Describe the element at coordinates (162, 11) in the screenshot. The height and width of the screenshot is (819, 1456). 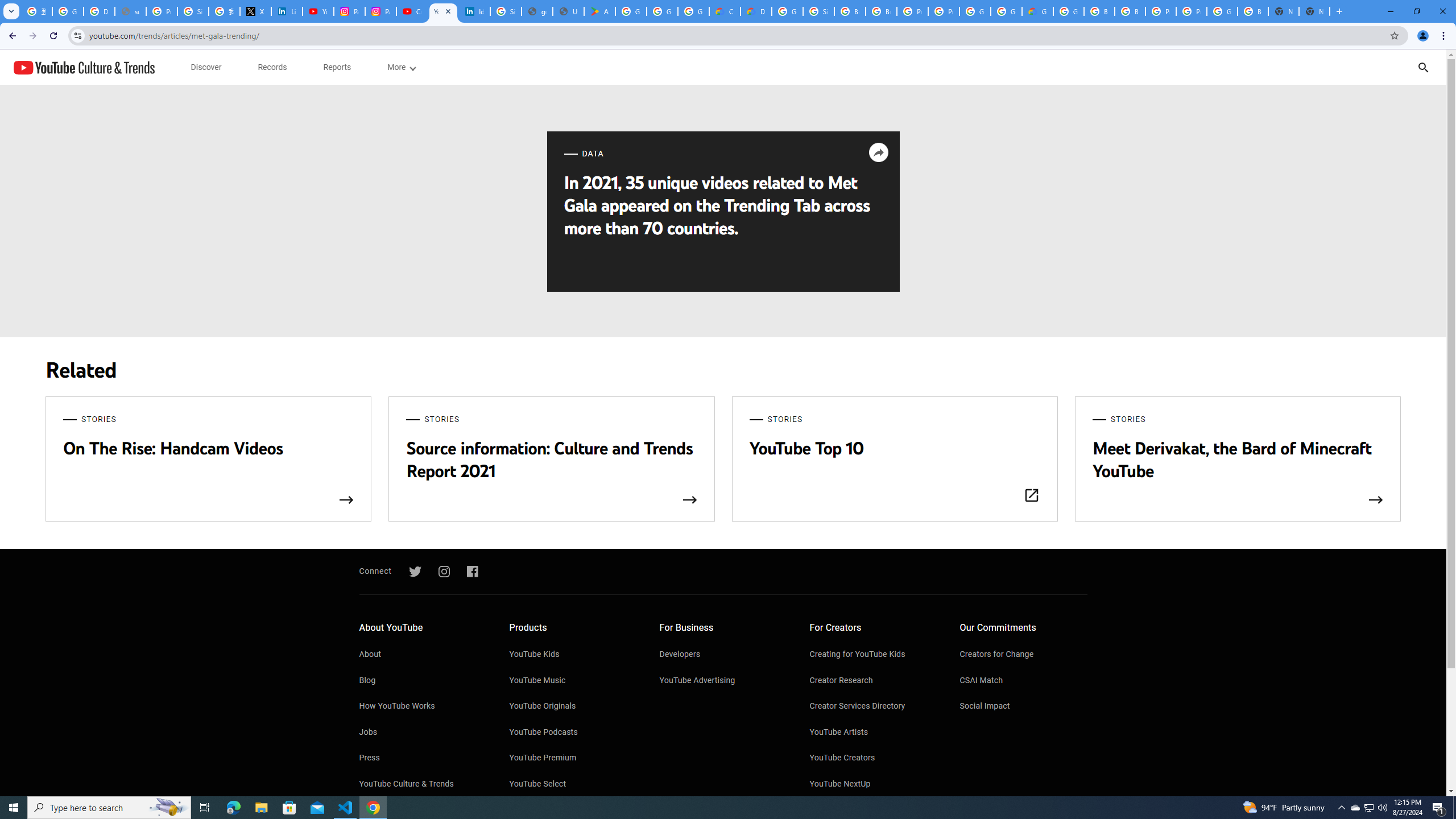
I see `'Privacy Help Center - Policies Help'` at that location.